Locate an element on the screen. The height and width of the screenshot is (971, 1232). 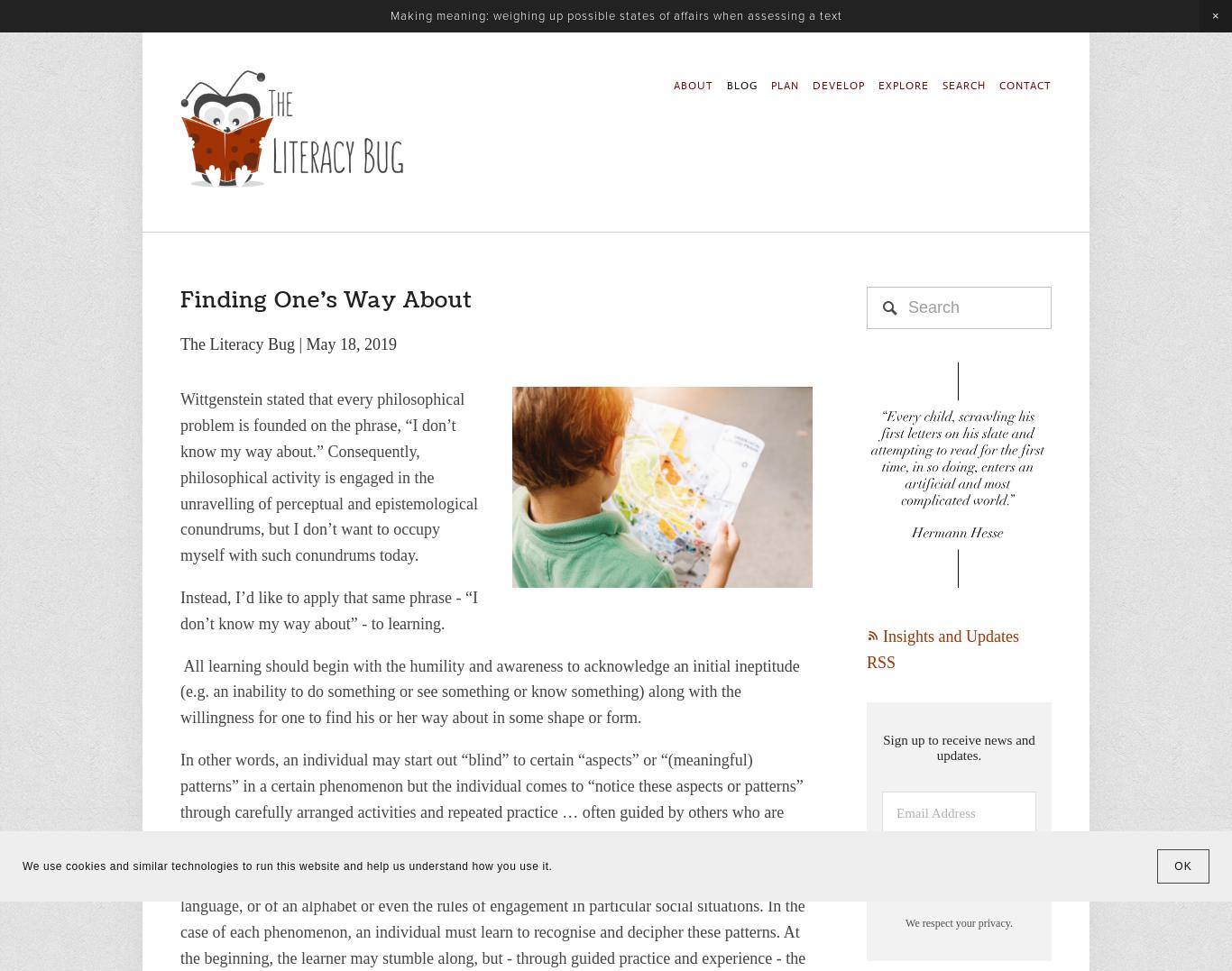
'OK' is located at coordinates (1182, 866).